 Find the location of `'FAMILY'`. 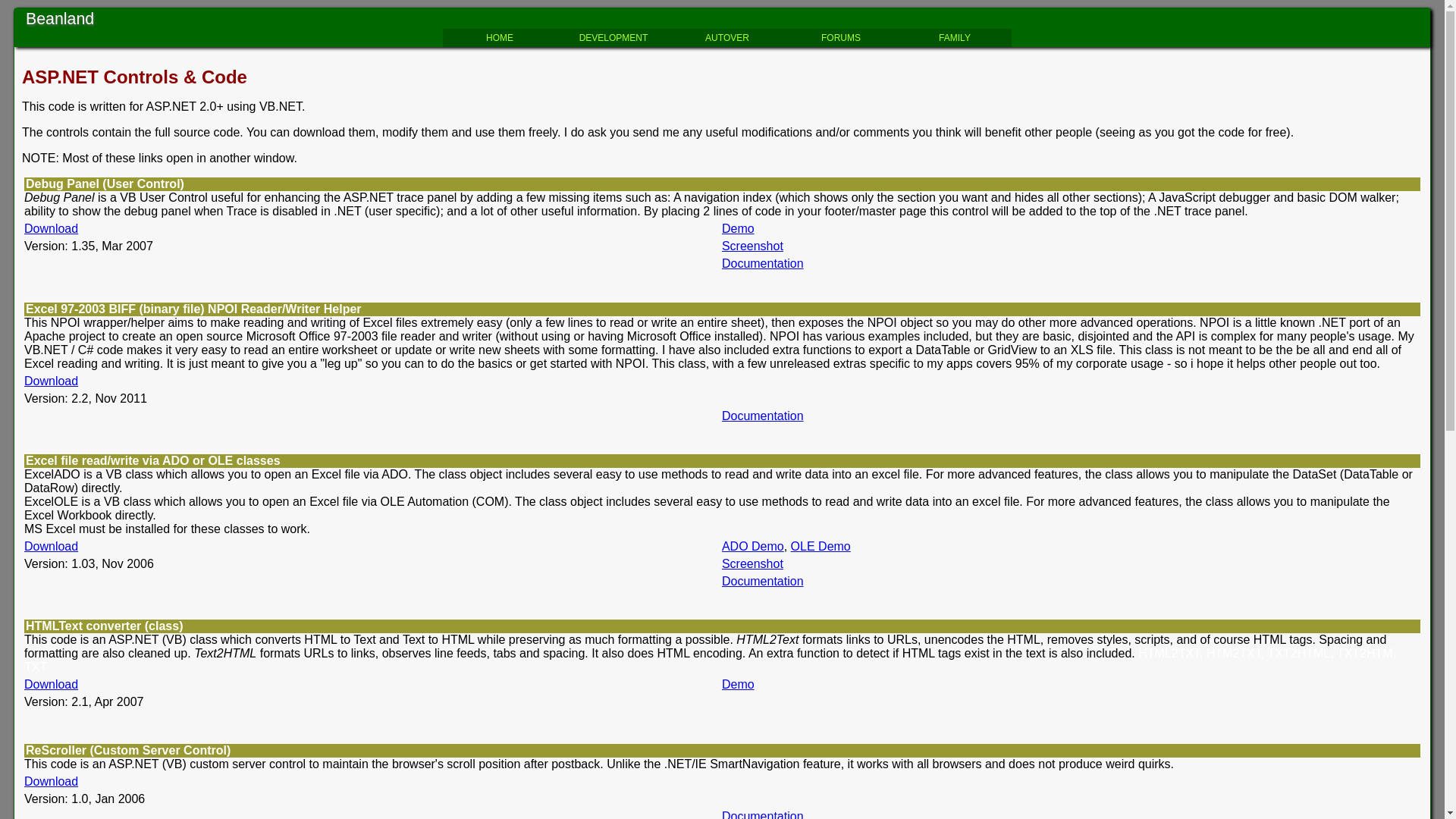

'FAMILY' is located at coordinates (953, 37).